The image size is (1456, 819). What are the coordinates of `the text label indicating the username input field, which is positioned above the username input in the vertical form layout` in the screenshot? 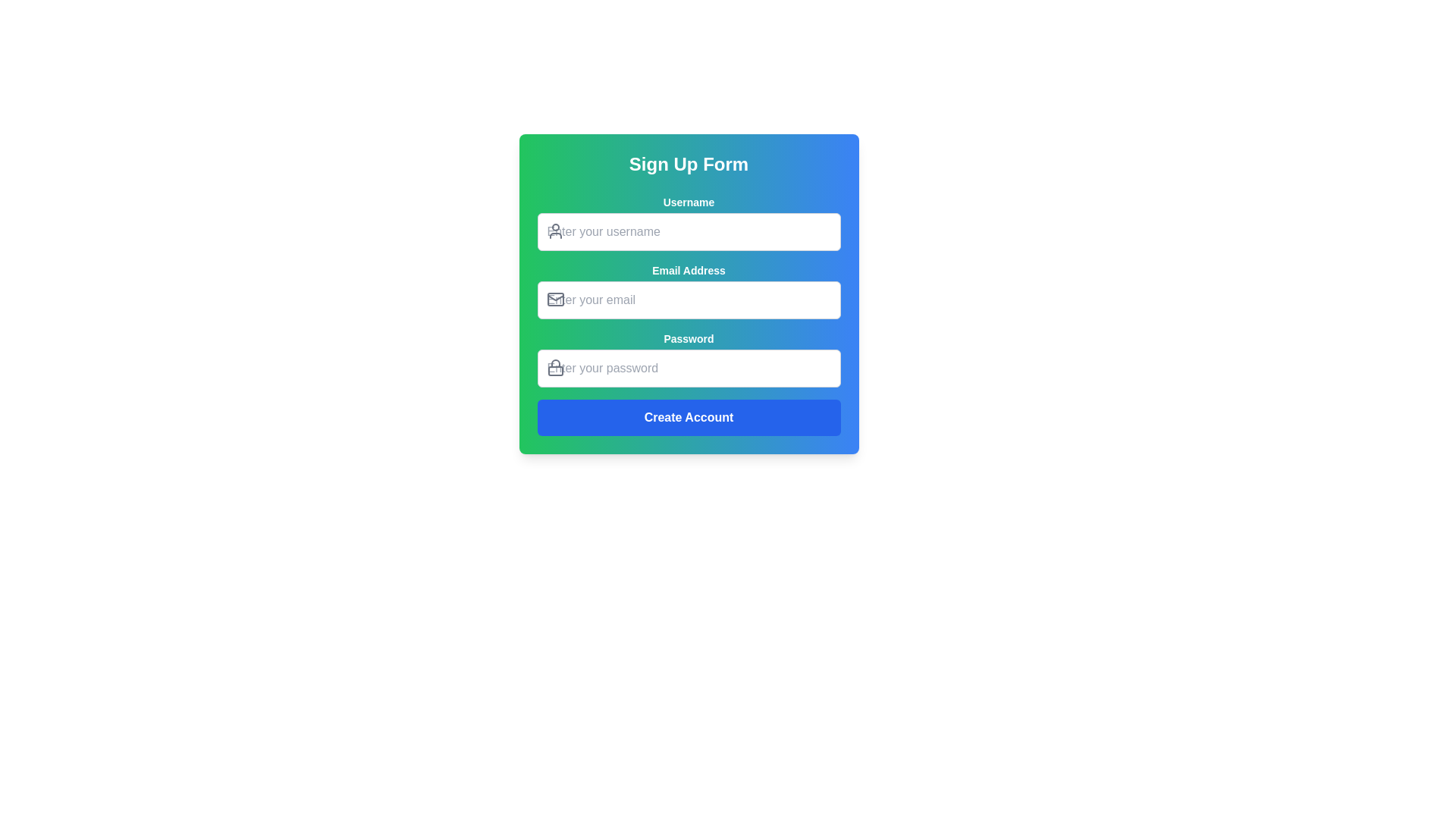 It's located at (688, 201).